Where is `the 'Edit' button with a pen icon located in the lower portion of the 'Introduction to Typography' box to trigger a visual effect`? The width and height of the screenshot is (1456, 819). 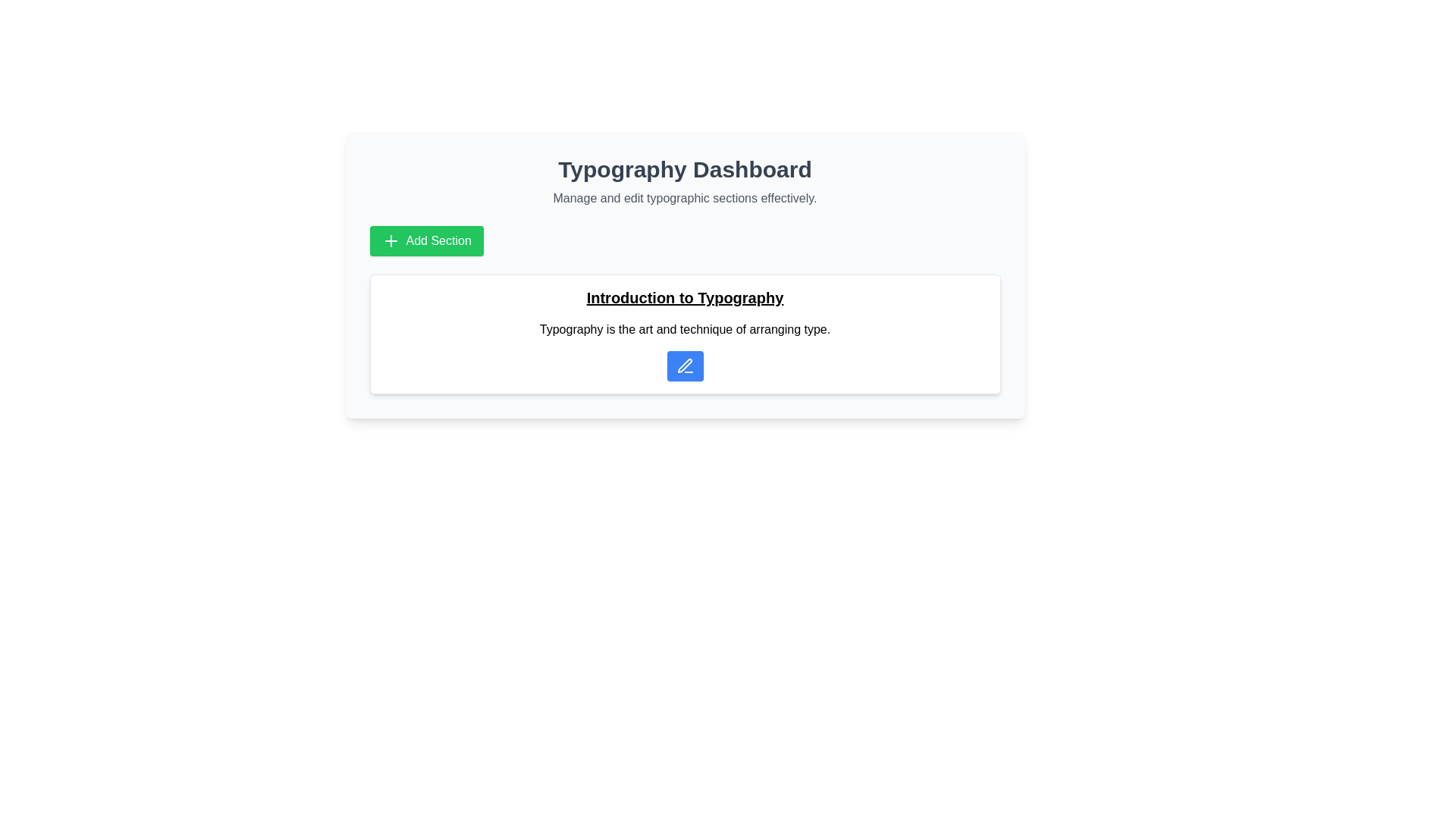
the 'Edit' button with a pen icon located in the lower portion of the 'Introduction to Typography' box to trigger a visual effect is located at coordinates (684, 366).